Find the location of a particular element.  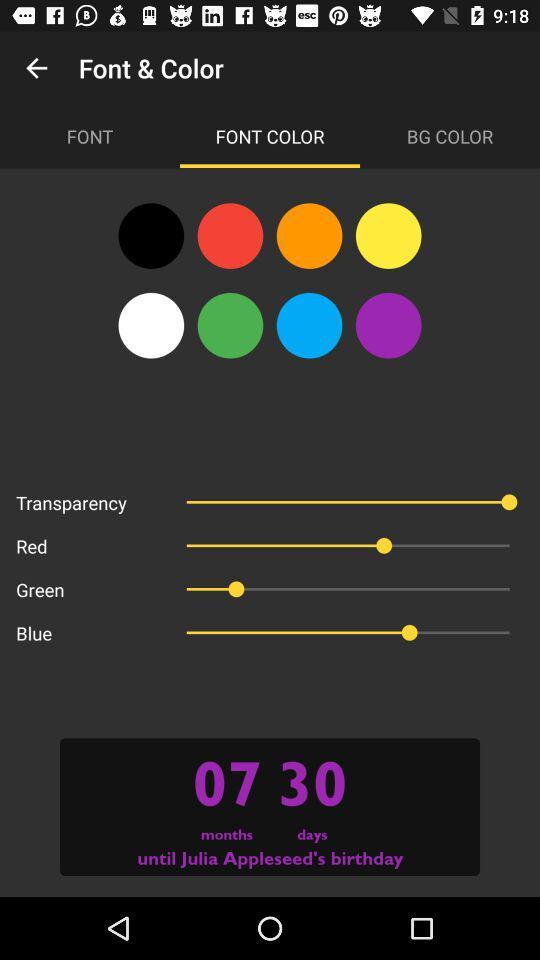

the avatar icon is located at coordinates (150, 325).